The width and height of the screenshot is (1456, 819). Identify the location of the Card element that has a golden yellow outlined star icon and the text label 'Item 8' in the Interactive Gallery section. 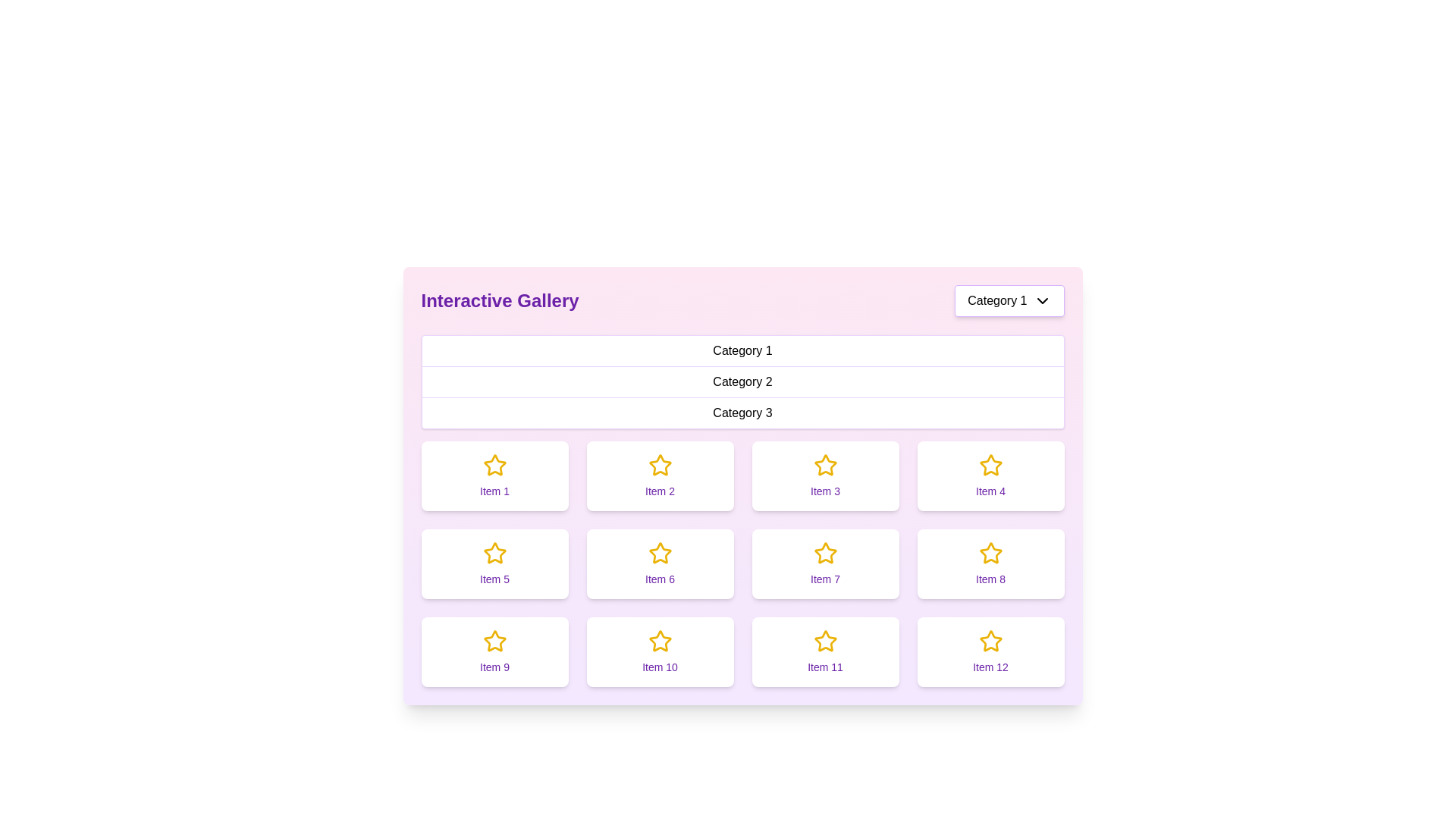
(990, 564).